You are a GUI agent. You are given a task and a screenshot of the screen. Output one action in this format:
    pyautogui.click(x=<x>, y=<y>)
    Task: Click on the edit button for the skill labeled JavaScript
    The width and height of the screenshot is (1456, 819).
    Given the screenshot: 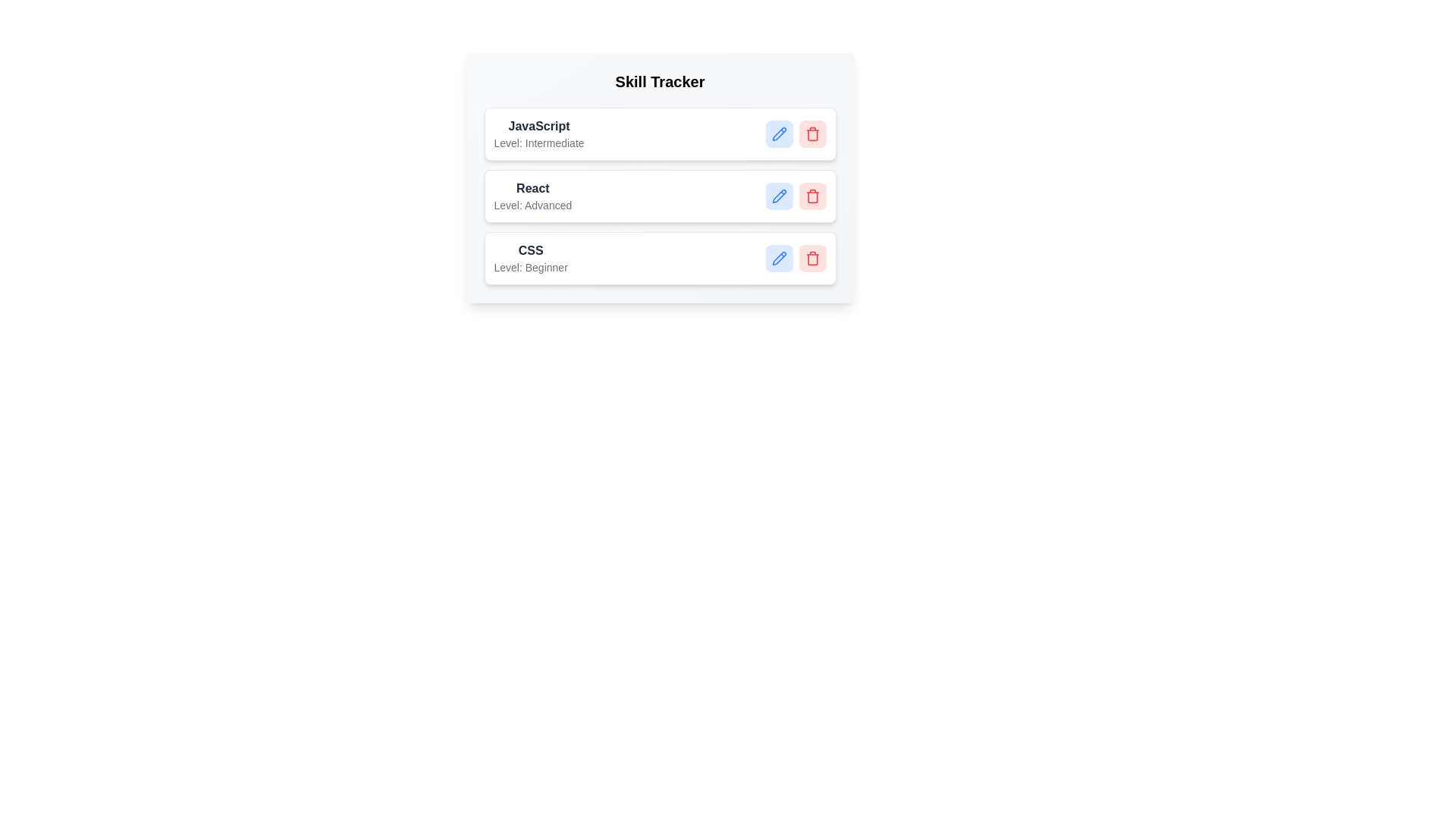 What is the action you would take?
    pyautogui.click(x=779, y=133)
    